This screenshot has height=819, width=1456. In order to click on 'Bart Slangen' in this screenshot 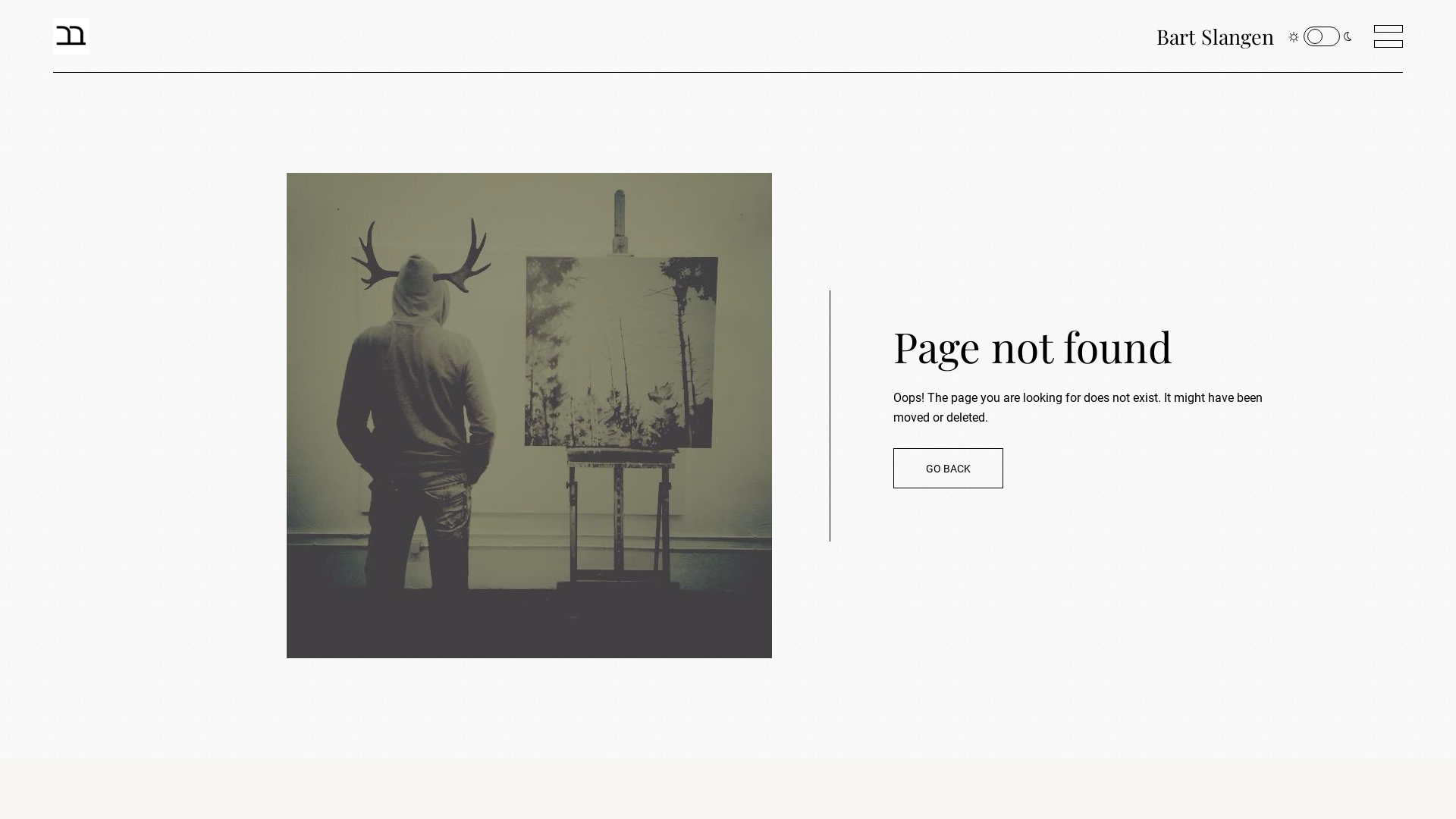, I will do `click(1215, 35)`.